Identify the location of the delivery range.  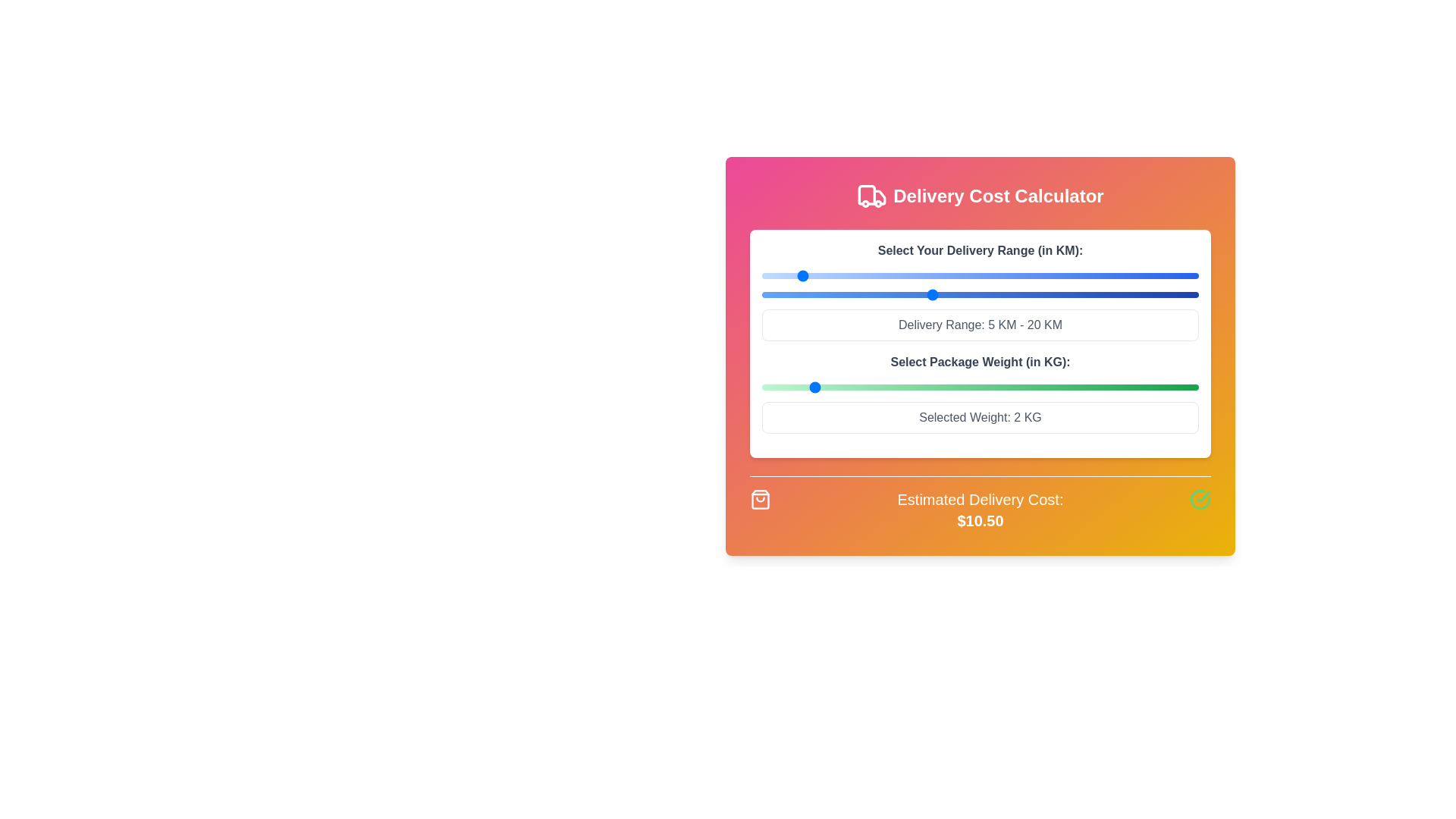
(1037, 275).